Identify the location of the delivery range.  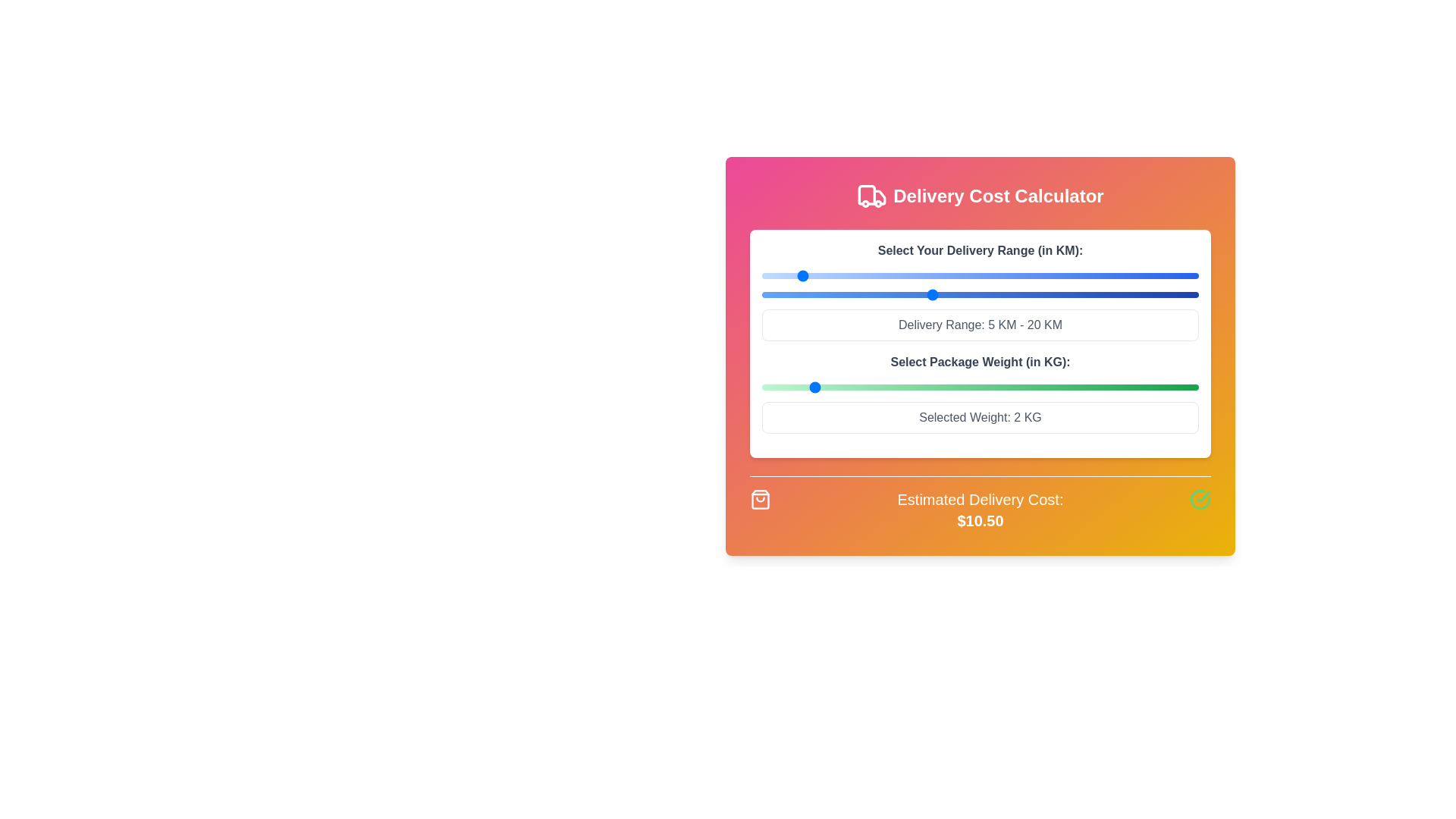
(1037, 275).